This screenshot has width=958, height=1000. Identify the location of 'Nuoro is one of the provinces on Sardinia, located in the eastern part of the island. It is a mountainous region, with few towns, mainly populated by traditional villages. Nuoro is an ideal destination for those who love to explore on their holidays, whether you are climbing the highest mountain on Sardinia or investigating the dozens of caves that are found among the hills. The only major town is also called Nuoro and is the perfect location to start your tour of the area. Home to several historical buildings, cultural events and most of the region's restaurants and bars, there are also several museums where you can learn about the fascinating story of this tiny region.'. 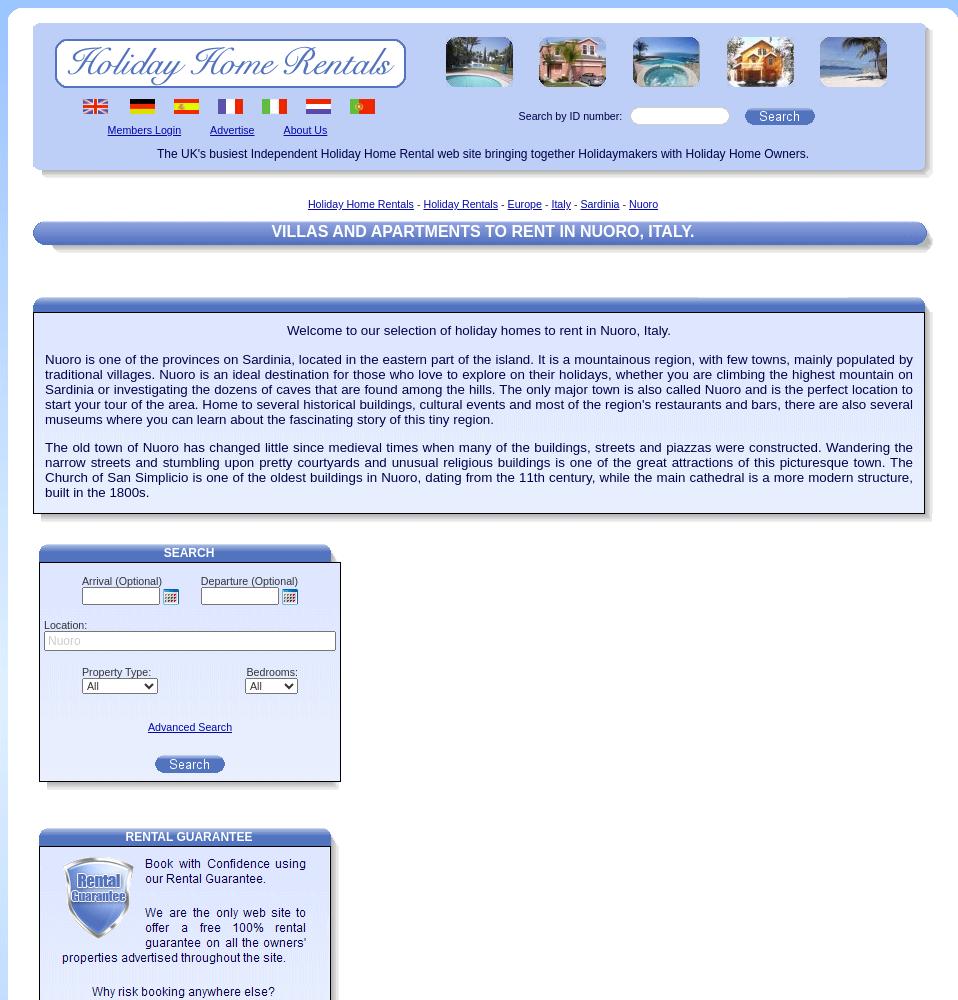
(44, 388).